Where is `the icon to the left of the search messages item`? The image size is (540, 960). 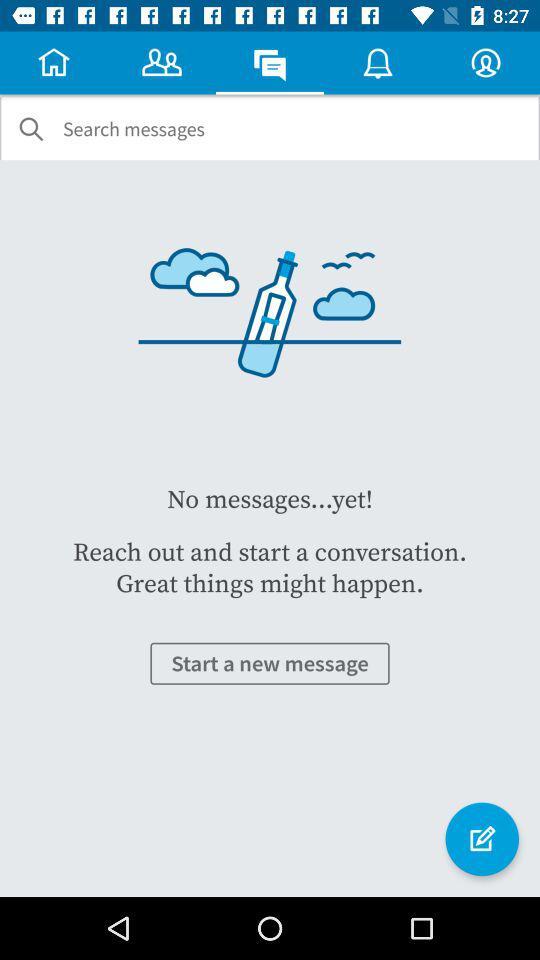 the icon to the left of the search messages item is located at coordinates (30, 128).